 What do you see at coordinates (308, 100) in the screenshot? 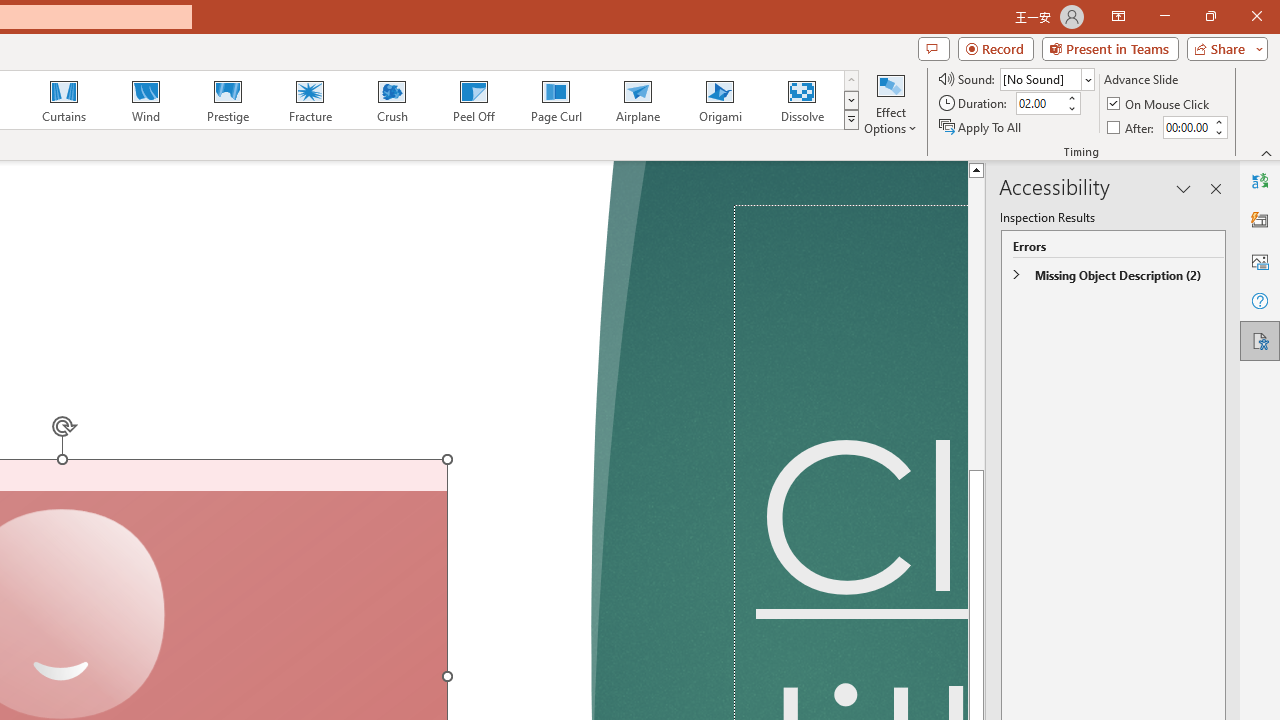
I see `'Fracture'` at bounding box center [308, 100].